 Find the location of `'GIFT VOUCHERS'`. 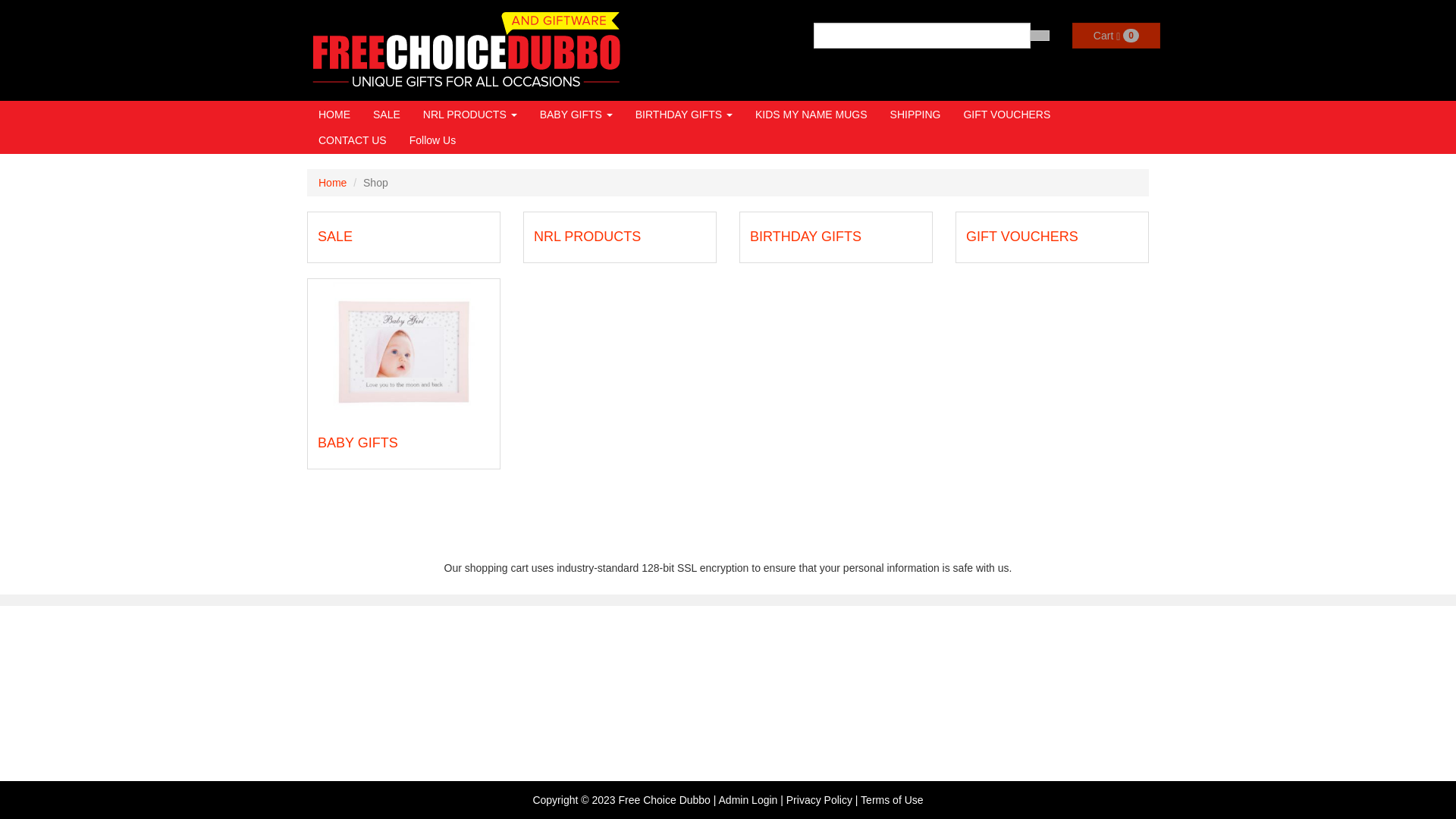

'GIFT VOUCHERS' is located at coordinates (1022, 237).